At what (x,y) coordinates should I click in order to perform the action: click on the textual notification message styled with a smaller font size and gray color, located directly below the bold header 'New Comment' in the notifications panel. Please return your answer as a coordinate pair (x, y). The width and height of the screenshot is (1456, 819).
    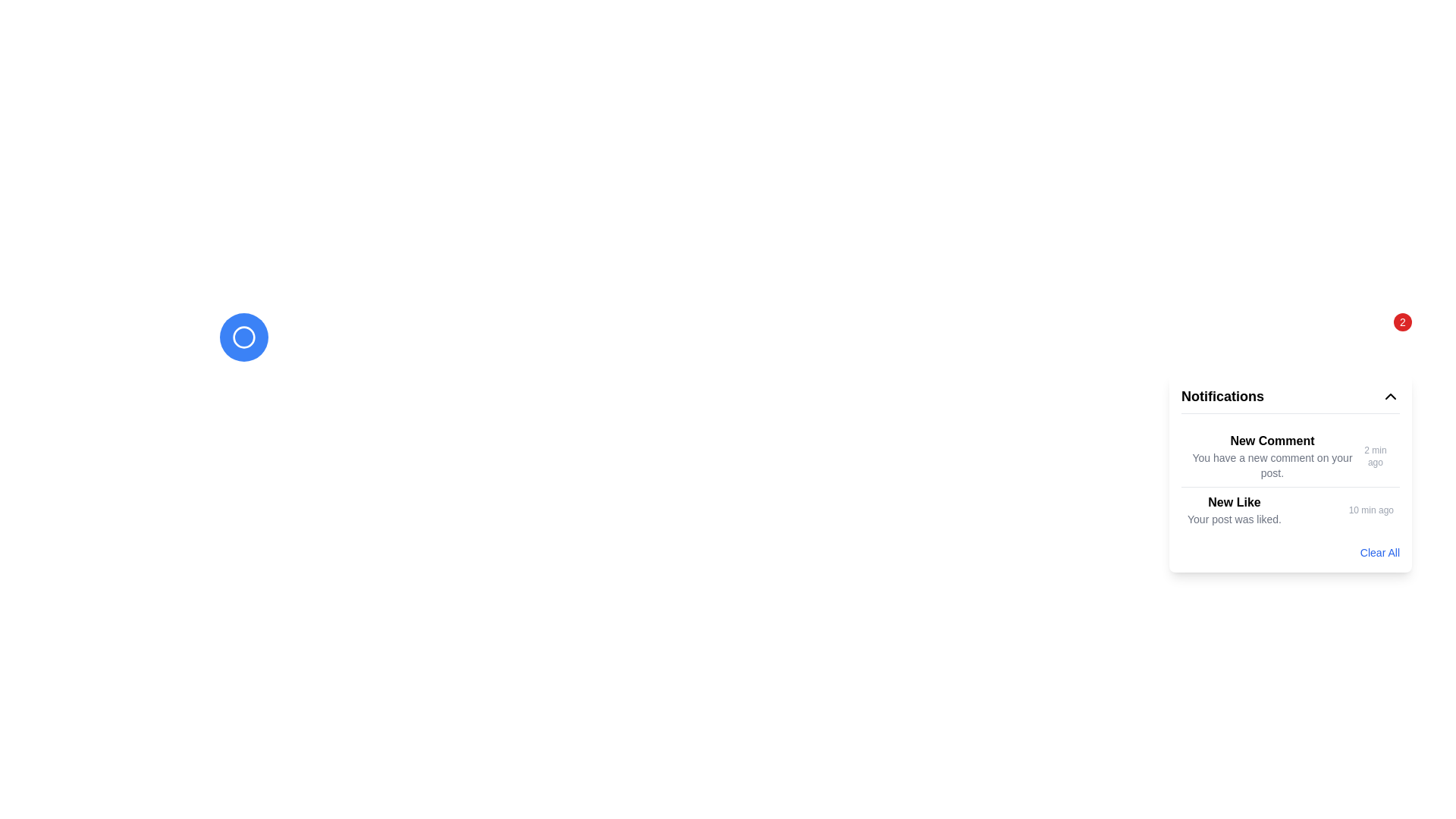
    Looking at the image, I should click on (1272, 464).